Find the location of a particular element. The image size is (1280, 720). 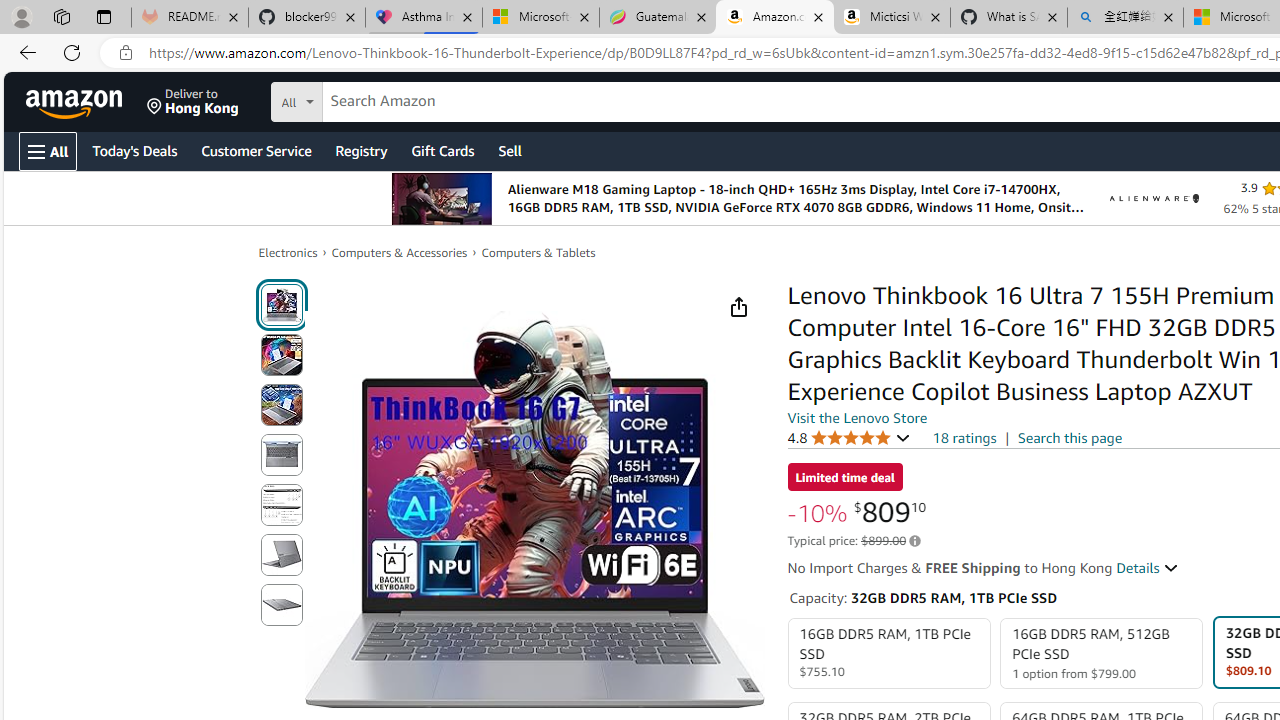

'Details ' is located at coordinates (1148, 568).